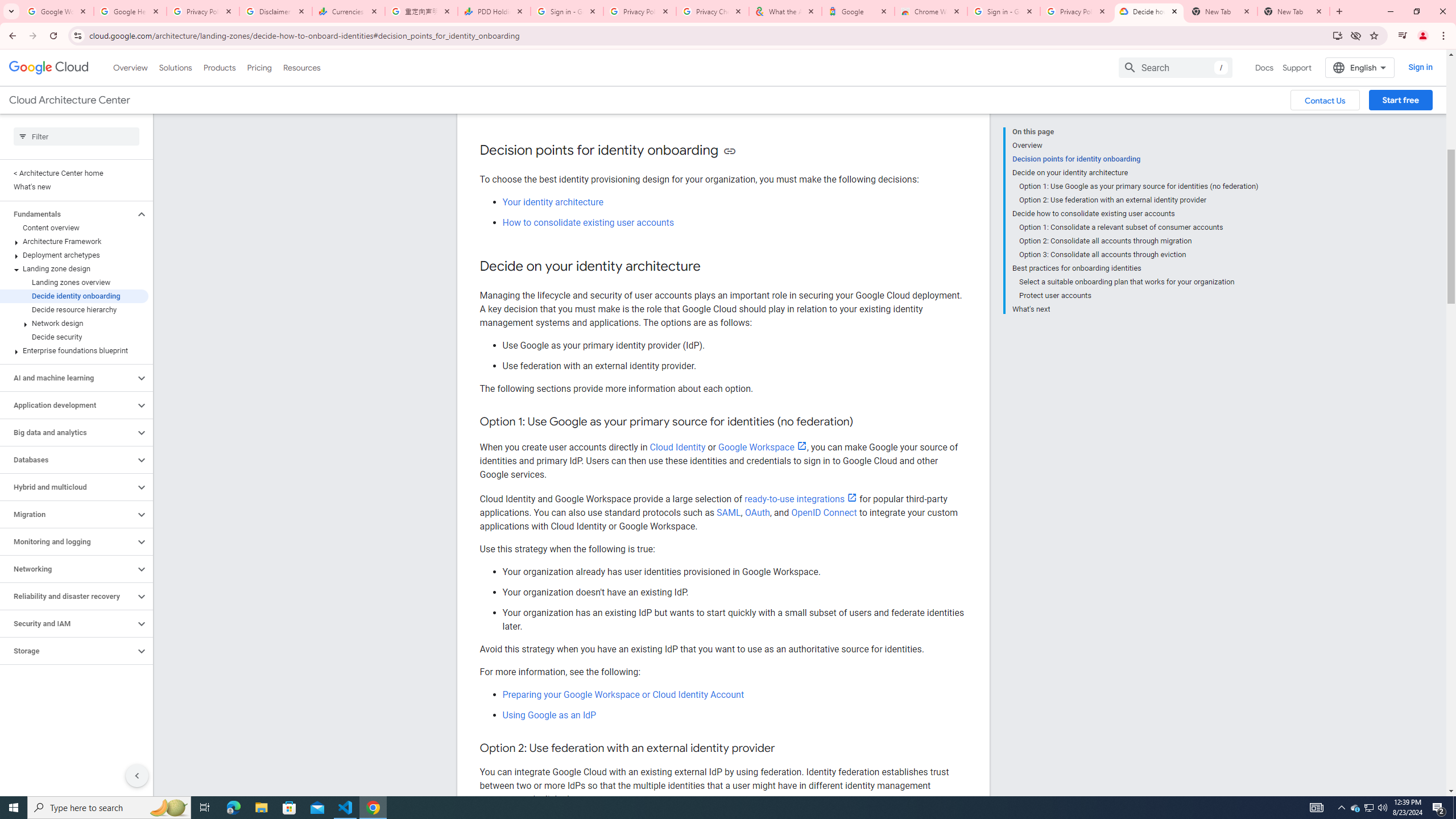 Image resolution: width=1456 pixels, height=819 pixels. I want to click on 'Databases', so click(67, 460).